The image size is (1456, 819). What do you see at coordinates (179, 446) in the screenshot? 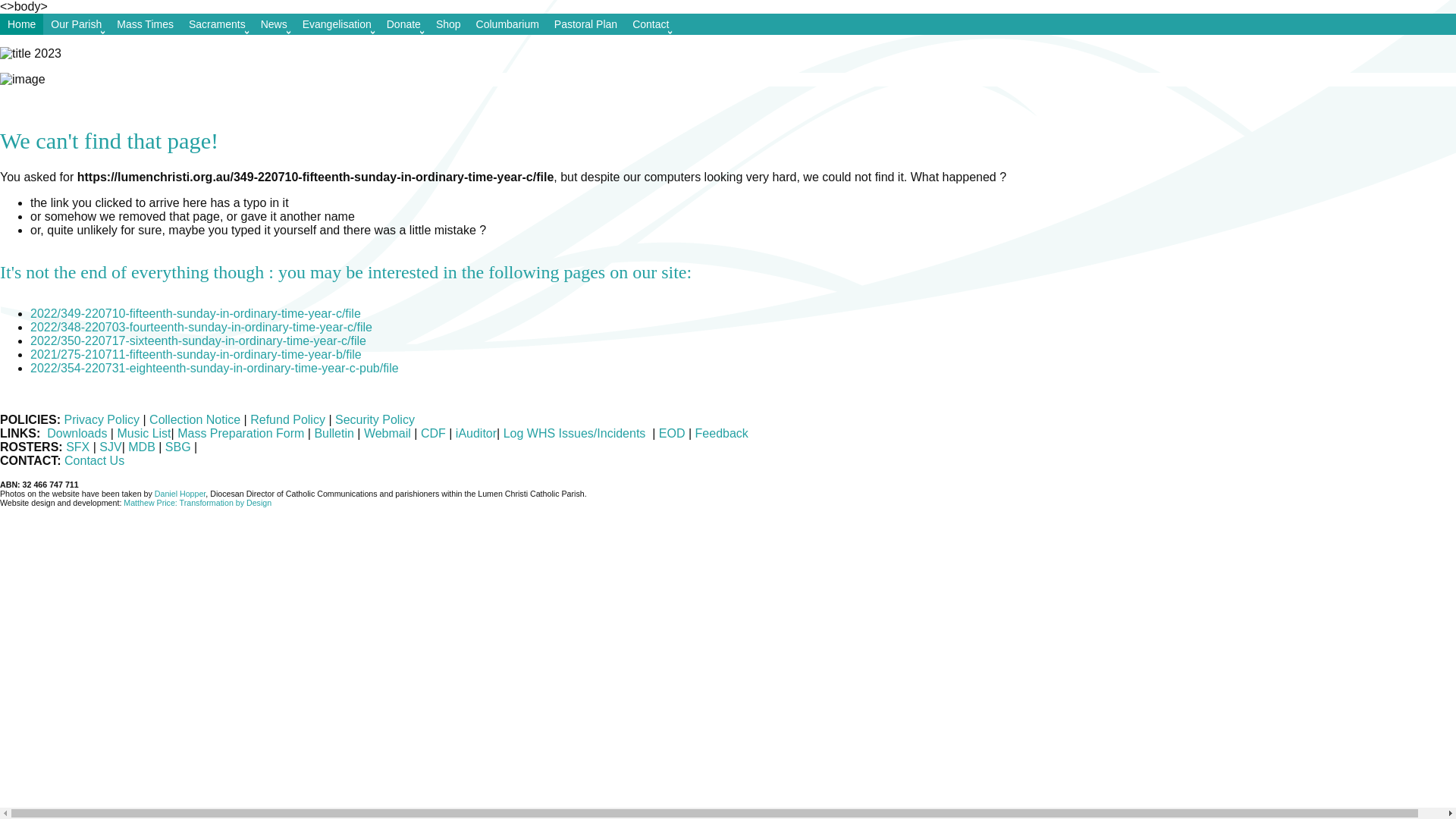
I see `'SBG '` at bounding box center [179, 446].